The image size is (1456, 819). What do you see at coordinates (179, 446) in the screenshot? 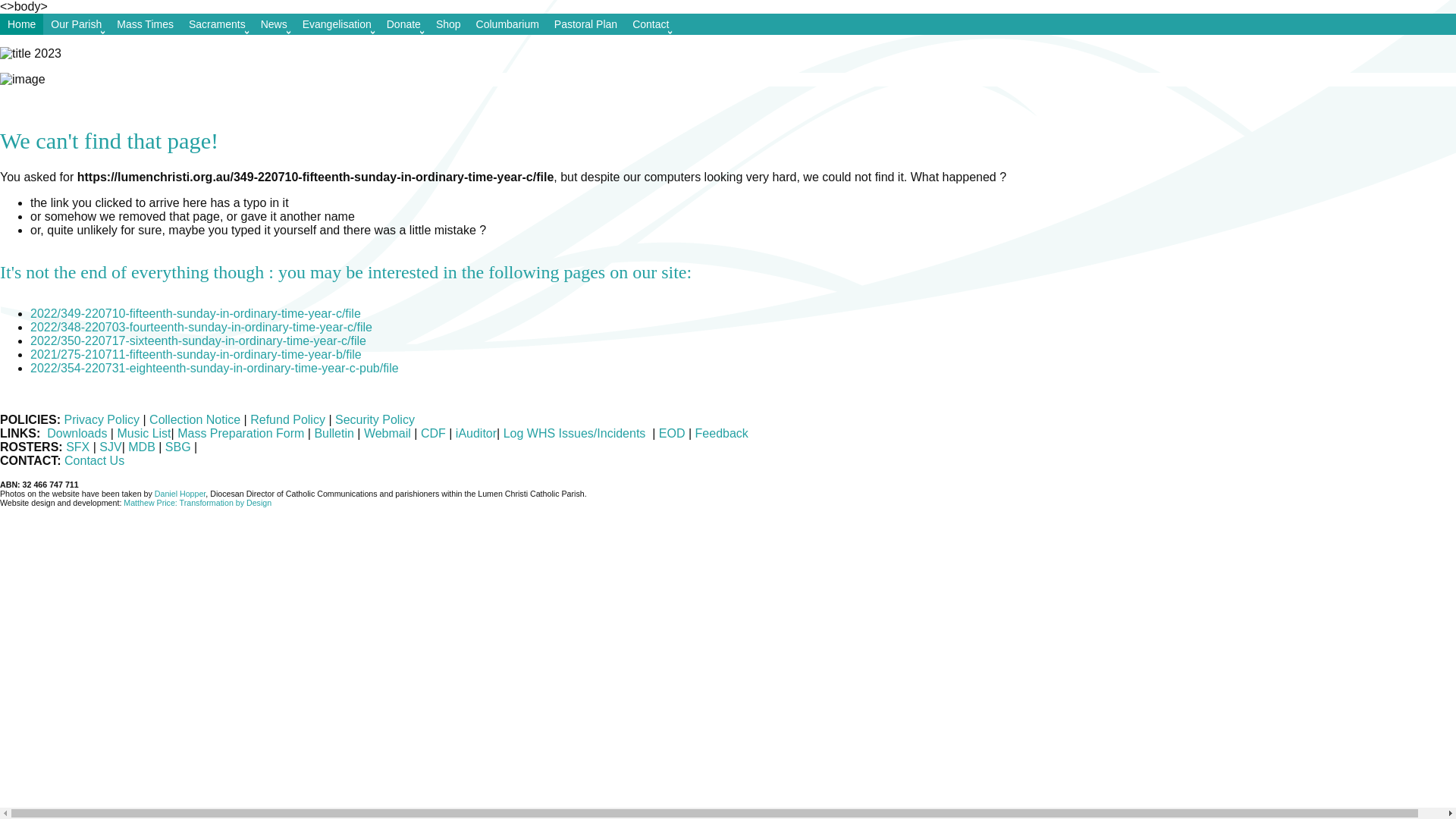
I see `'SBG '` at bounding box center [179, 446].